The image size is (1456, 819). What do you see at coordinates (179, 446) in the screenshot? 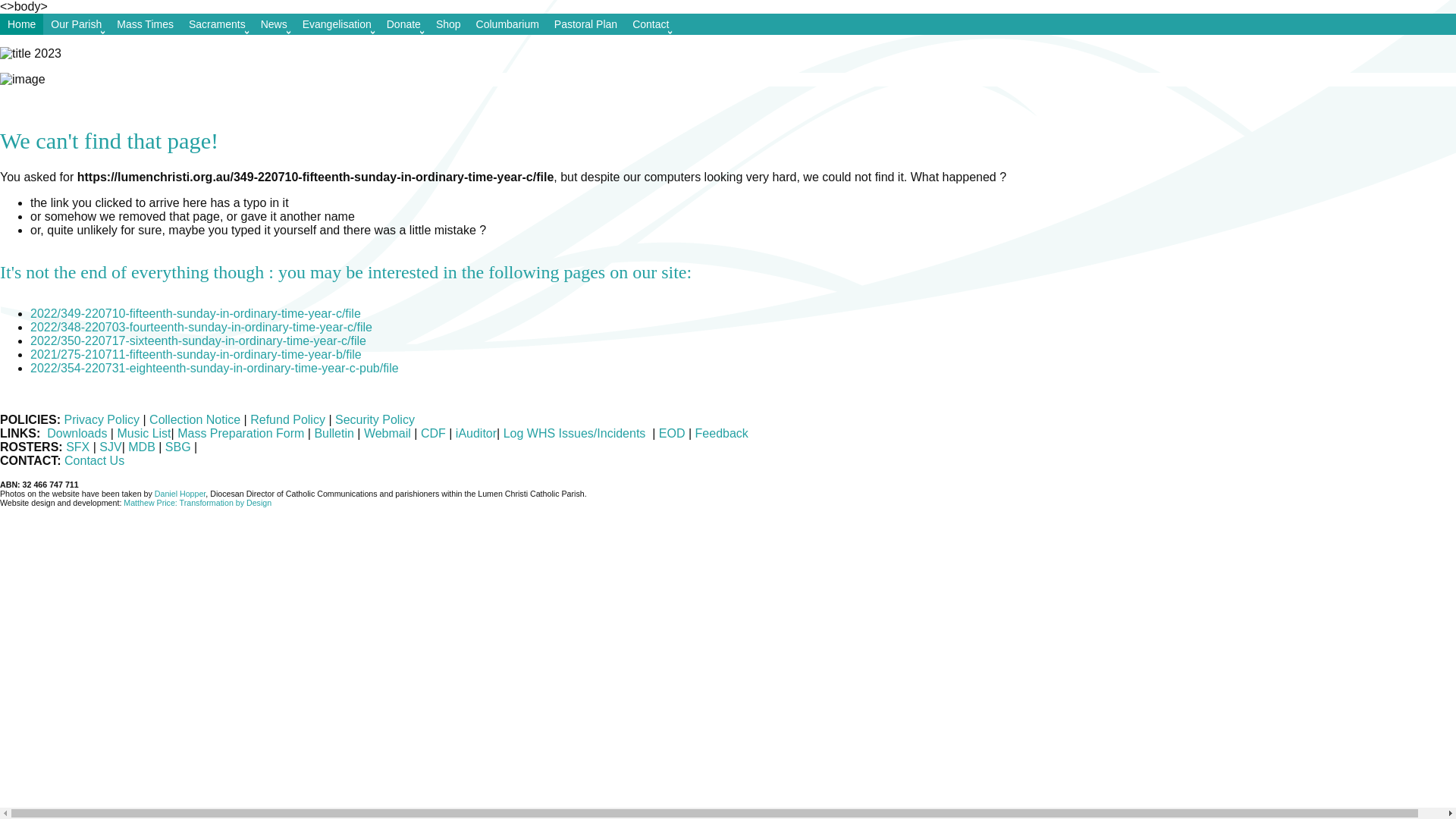
I see `'SBG '` at bounding box center [179, 446].